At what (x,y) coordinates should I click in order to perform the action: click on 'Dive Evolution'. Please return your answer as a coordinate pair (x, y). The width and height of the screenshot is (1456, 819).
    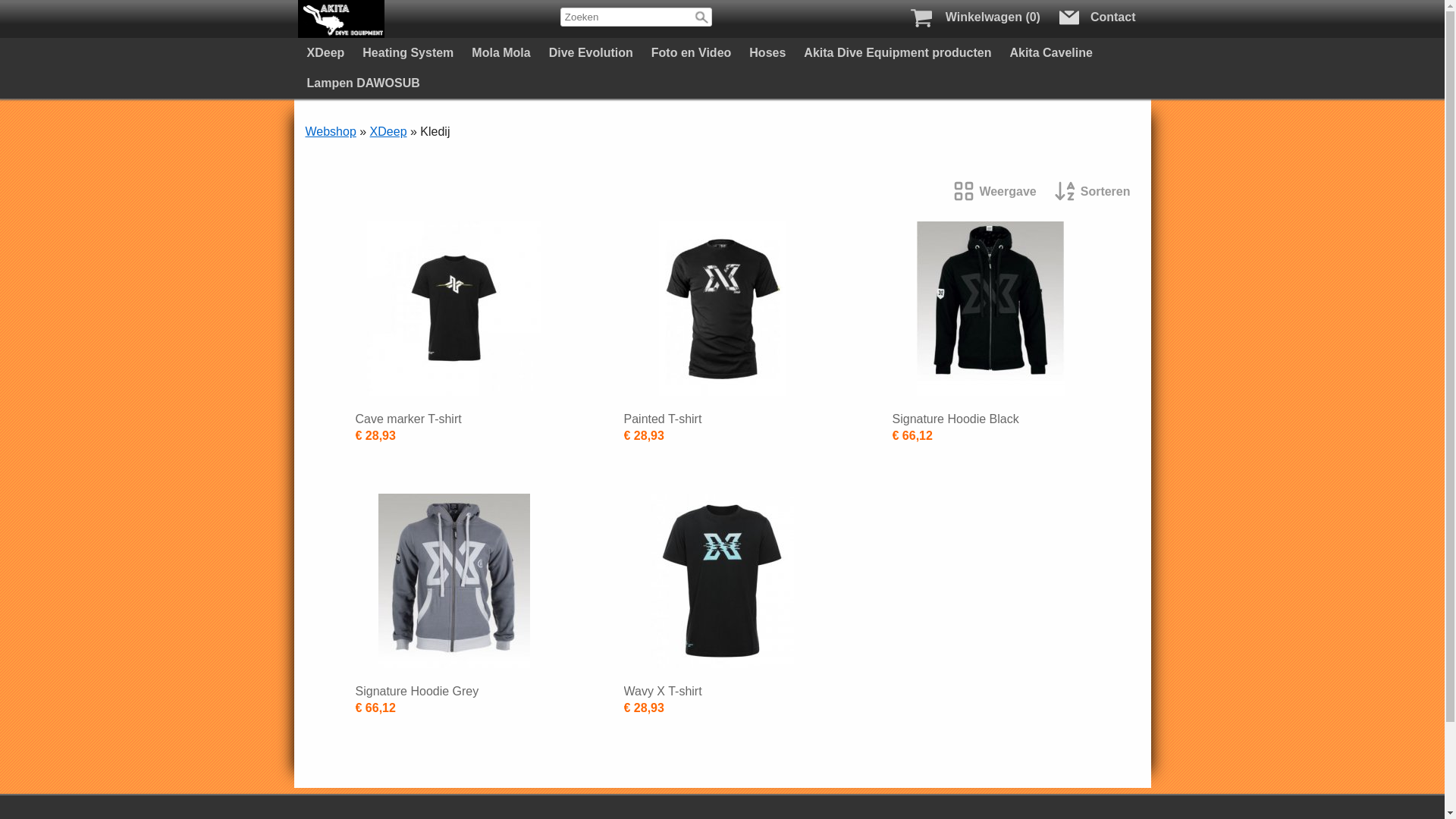
    Looking at the image, I should click on (539, 52).